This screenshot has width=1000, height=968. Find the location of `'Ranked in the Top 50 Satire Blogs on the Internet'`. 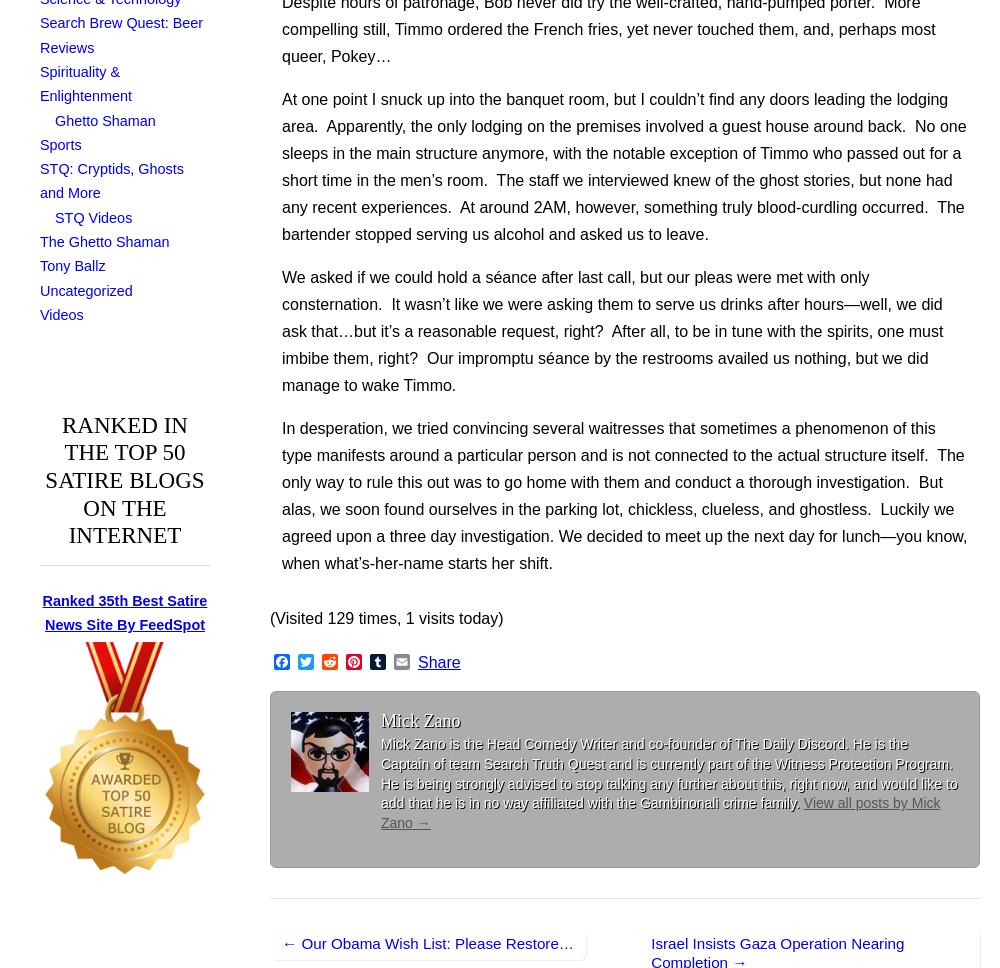

'Ranked in the Top 50 Satire Blogs on the Internet' is located at coordinates (123, 478).